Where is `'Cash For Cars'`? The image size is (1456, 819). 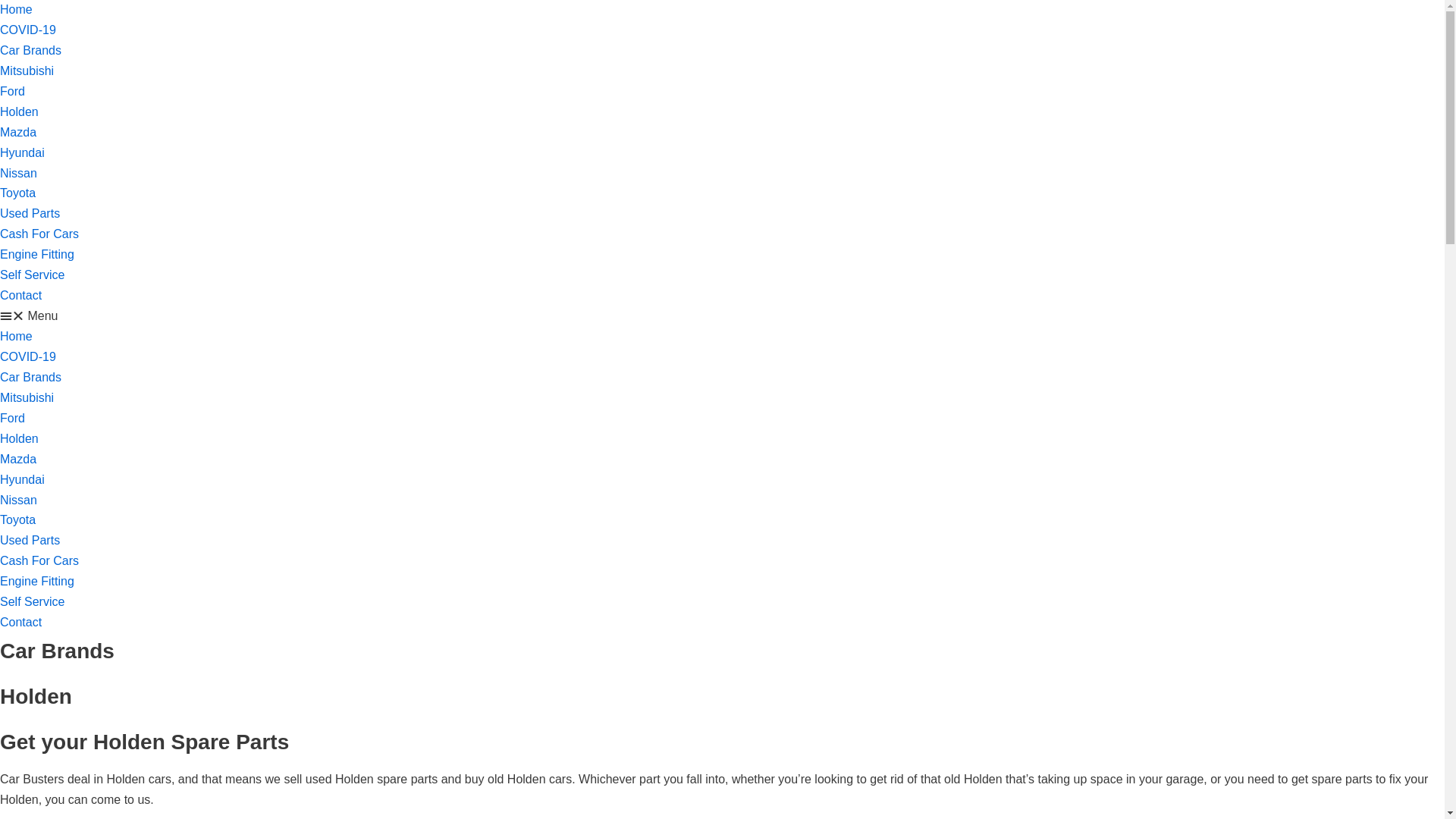 'Cash For Cars' is located at coordinates (39, 560).